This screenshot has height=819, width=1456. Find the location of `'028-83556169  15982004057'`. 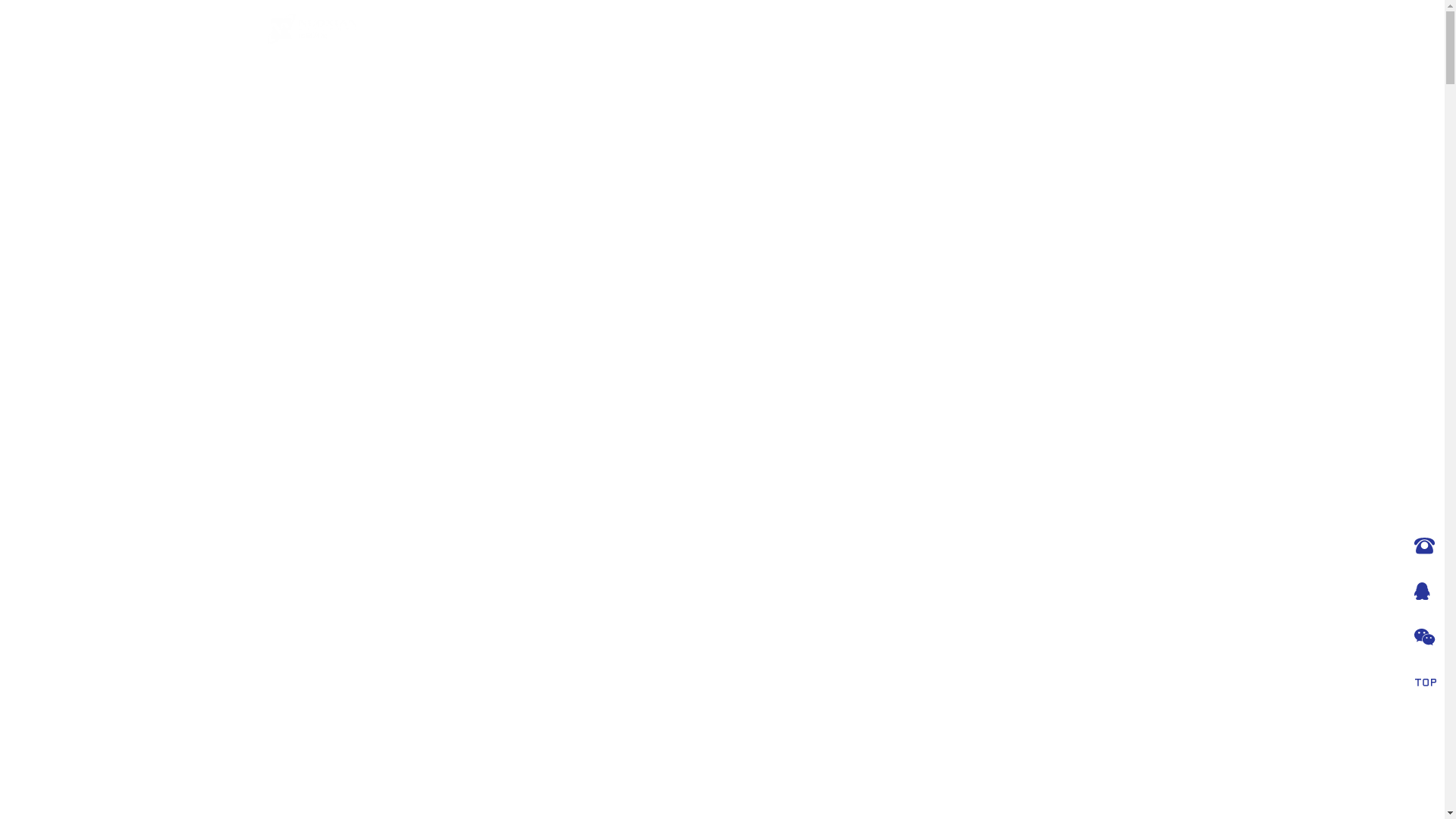

'028-83556169  15982004057' is located at coordinates (1421, 546).